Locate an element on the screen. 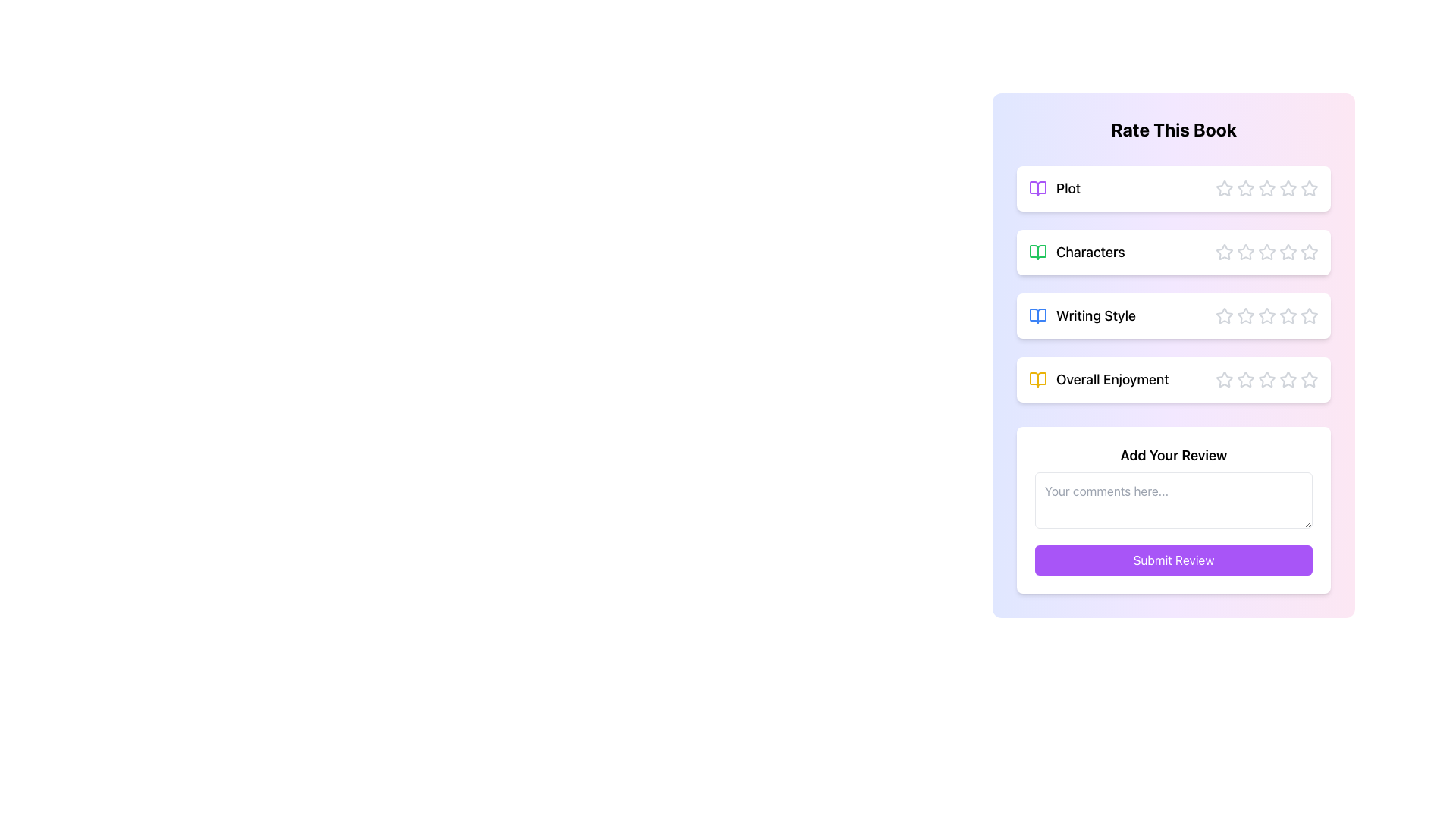 The image size is (1456, 819). the first outlined star in the Rating Element labeled 'Plot' to assign a rating is located at coordinates (1173, 188).